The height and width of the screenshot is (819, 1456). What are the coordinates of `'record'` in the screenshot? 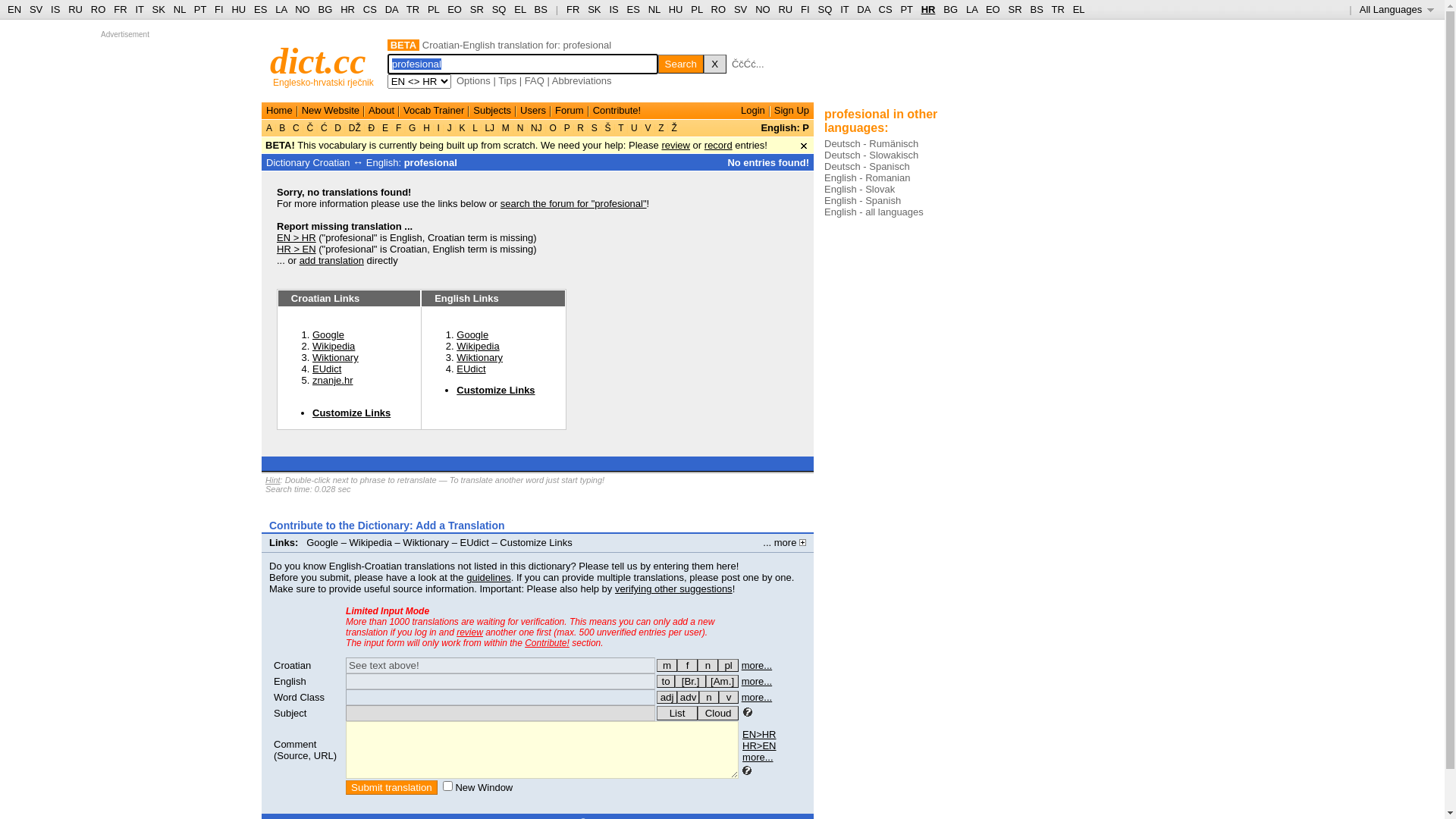 It's located at (704, 145).